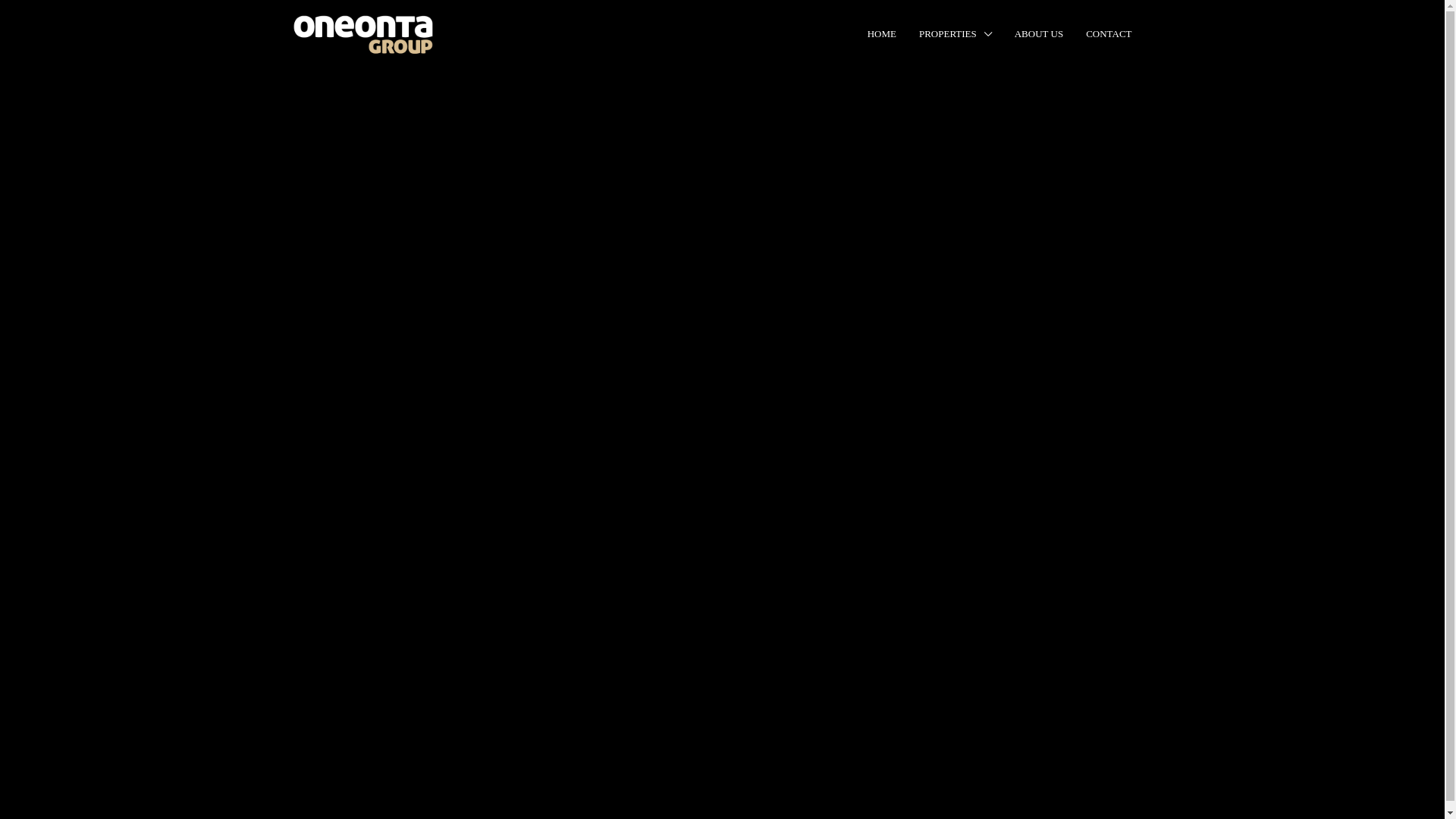 Image resolution: width=1456 pixels, height=819 pixels. Describe the element at coordinates (1109, 34) in the screenshot. I see `'CONTACT'` at that location.